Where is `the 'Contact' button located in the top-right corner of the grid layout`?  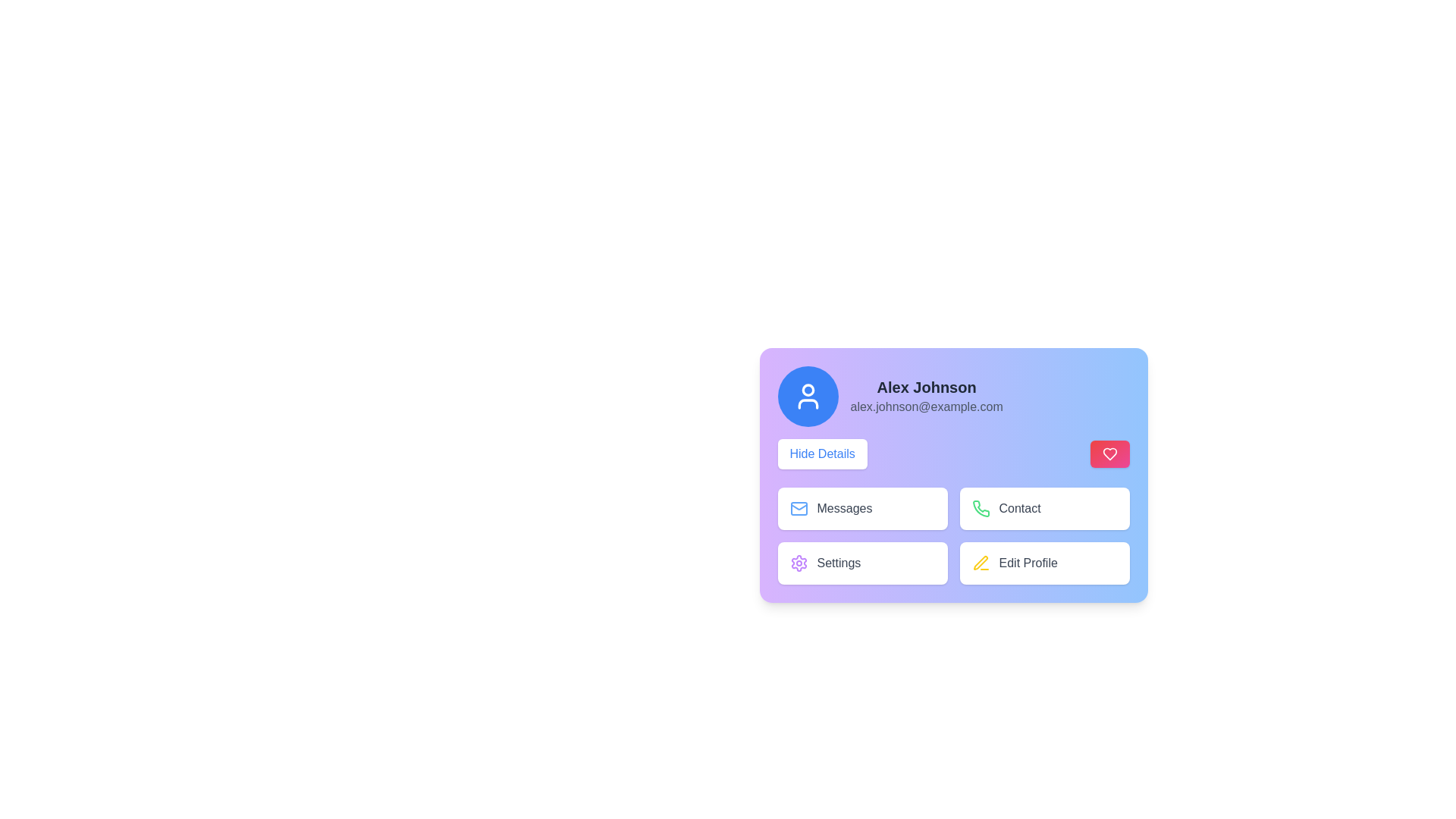
the 'Contact' button located in the top-right corner of the grid layout is located at coordinates (1043, 509).